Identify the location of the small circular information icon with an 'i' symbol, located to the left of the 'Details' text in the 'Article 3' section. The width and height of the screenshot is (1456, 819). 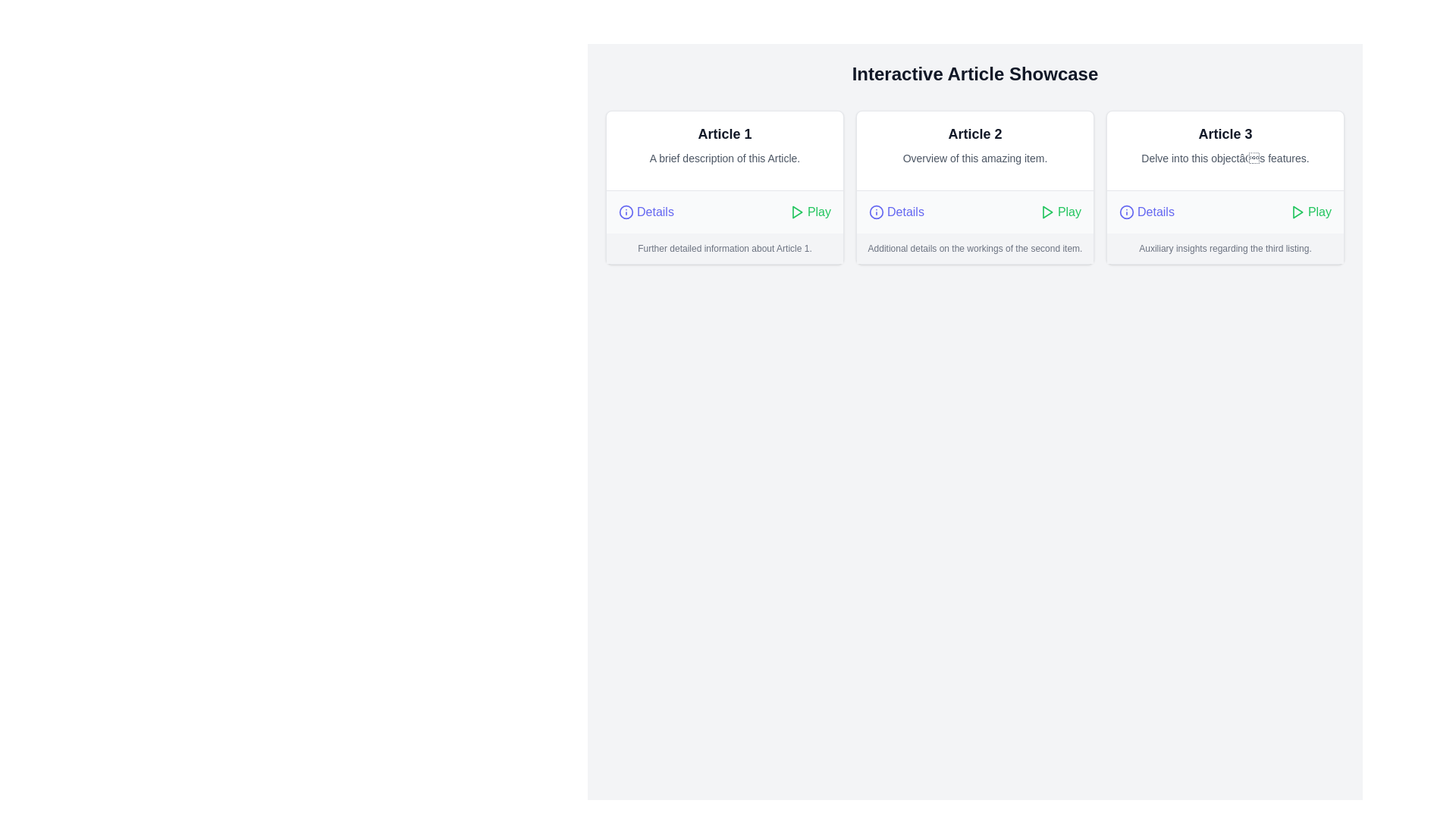
(1127, 212).